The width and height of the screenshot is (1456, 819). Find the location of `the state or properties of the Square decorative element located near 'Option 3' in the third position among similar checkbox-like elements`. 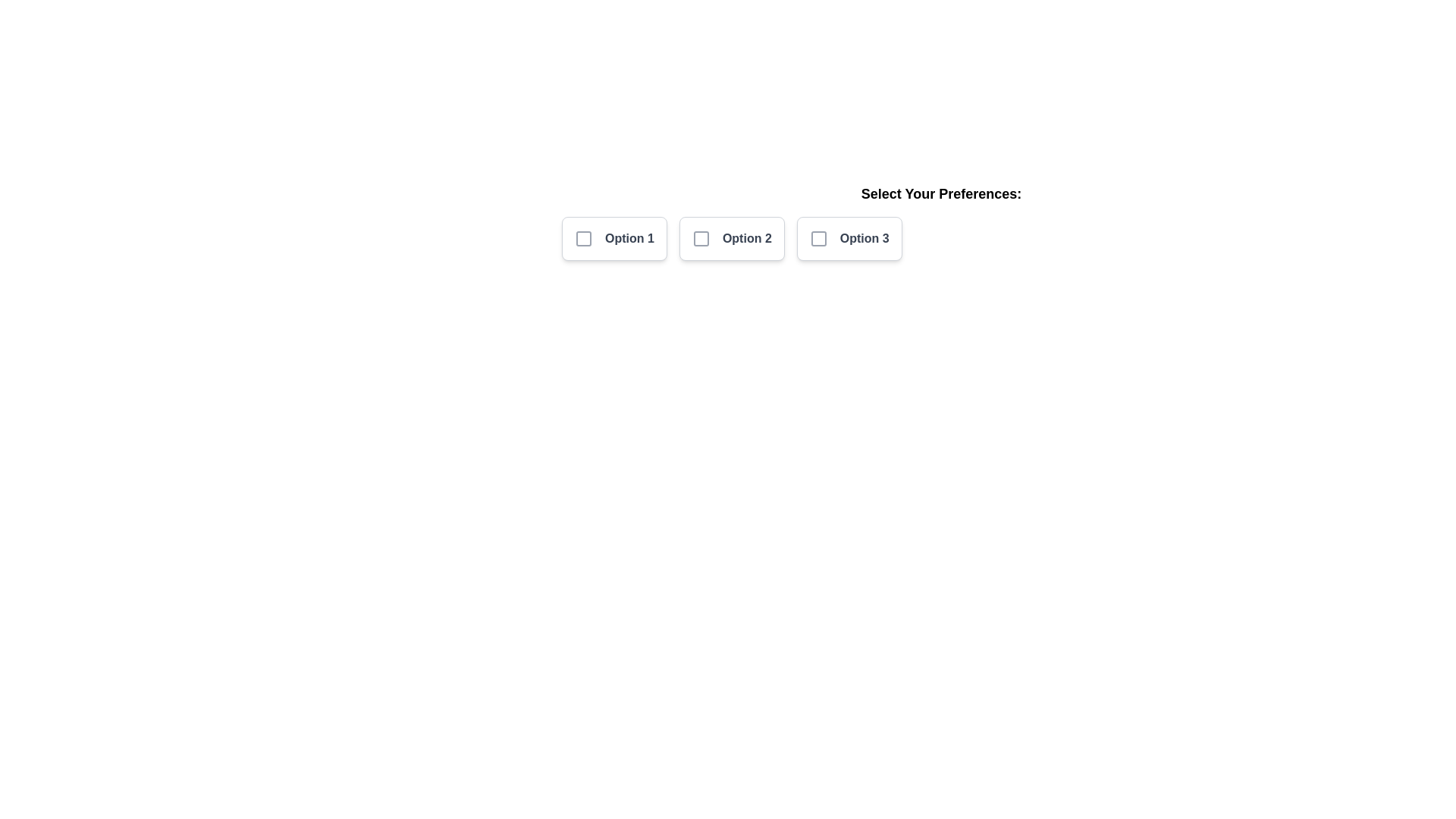

the state or properties of the Square decorative element located near 'Option 3' in the third position among similar checkbox-like elements is located at coordinates (817, 239).